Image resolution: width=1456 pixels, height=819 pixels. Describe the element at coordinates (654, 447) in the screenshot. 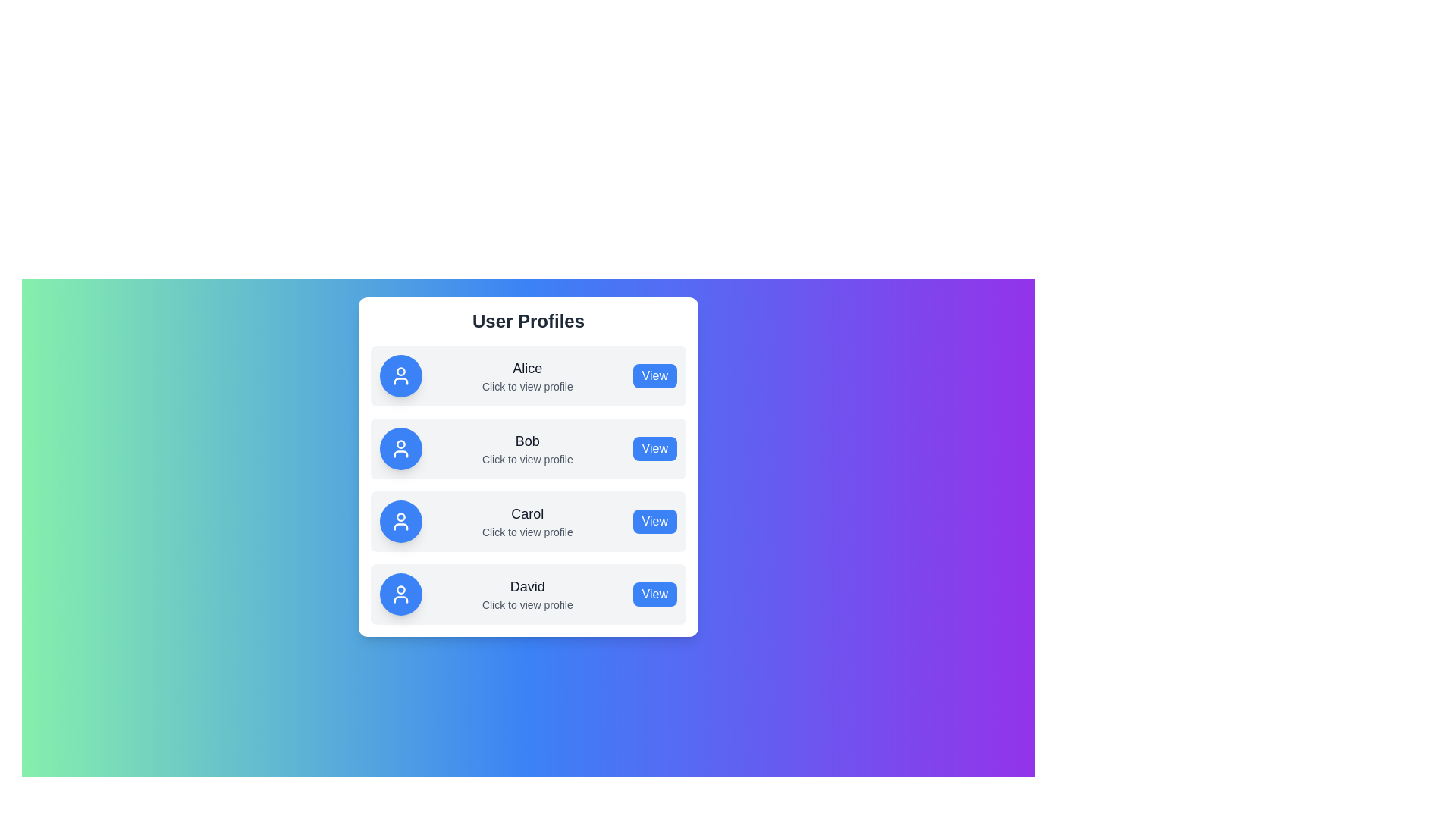

I see `the button located on the right side of the profile information row for 'Bob'` at that location.